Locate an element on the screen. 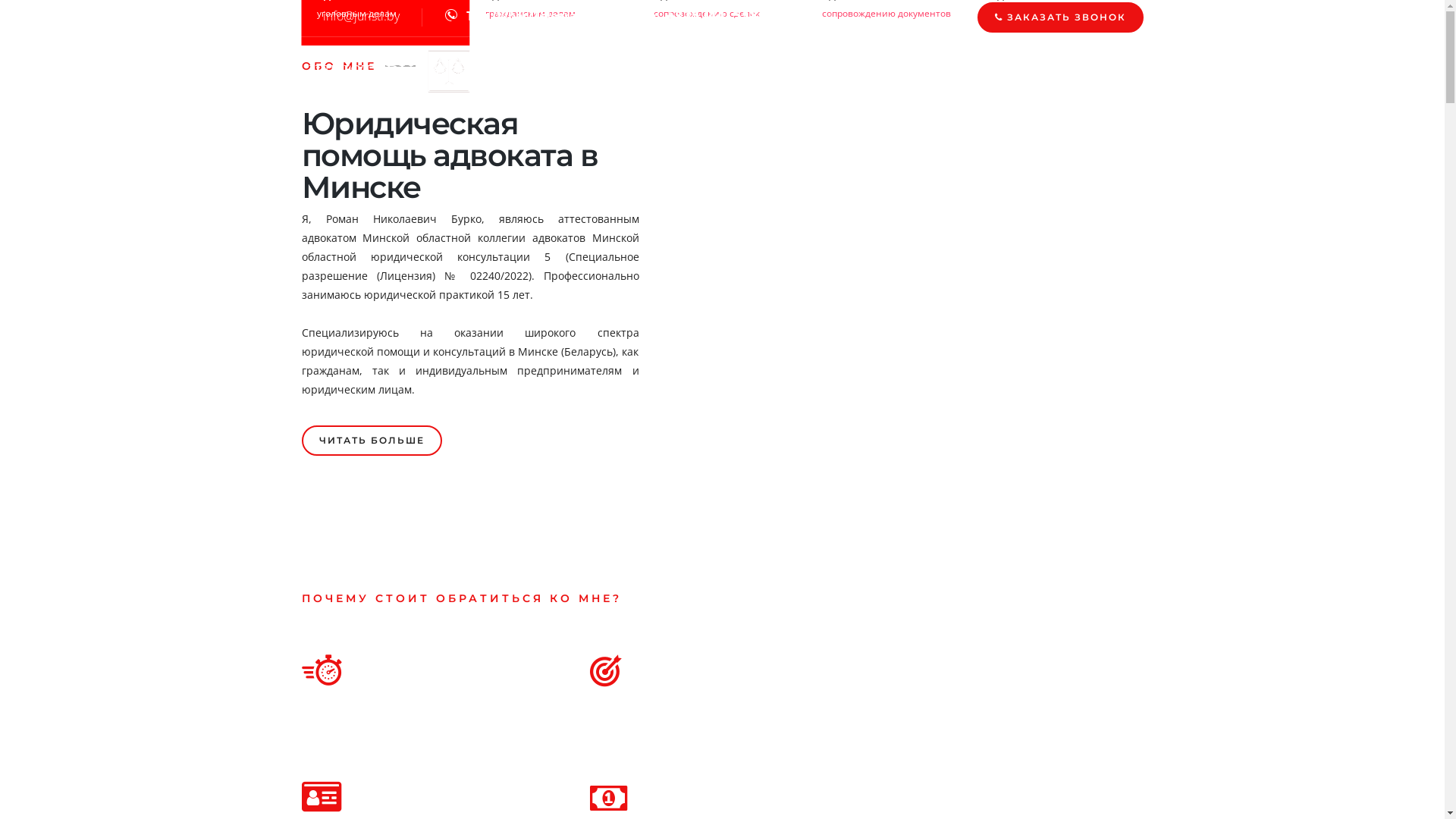 The width and height of the screenshot is (1456, 819). 'Viber' is located at coordinates (511, 15).